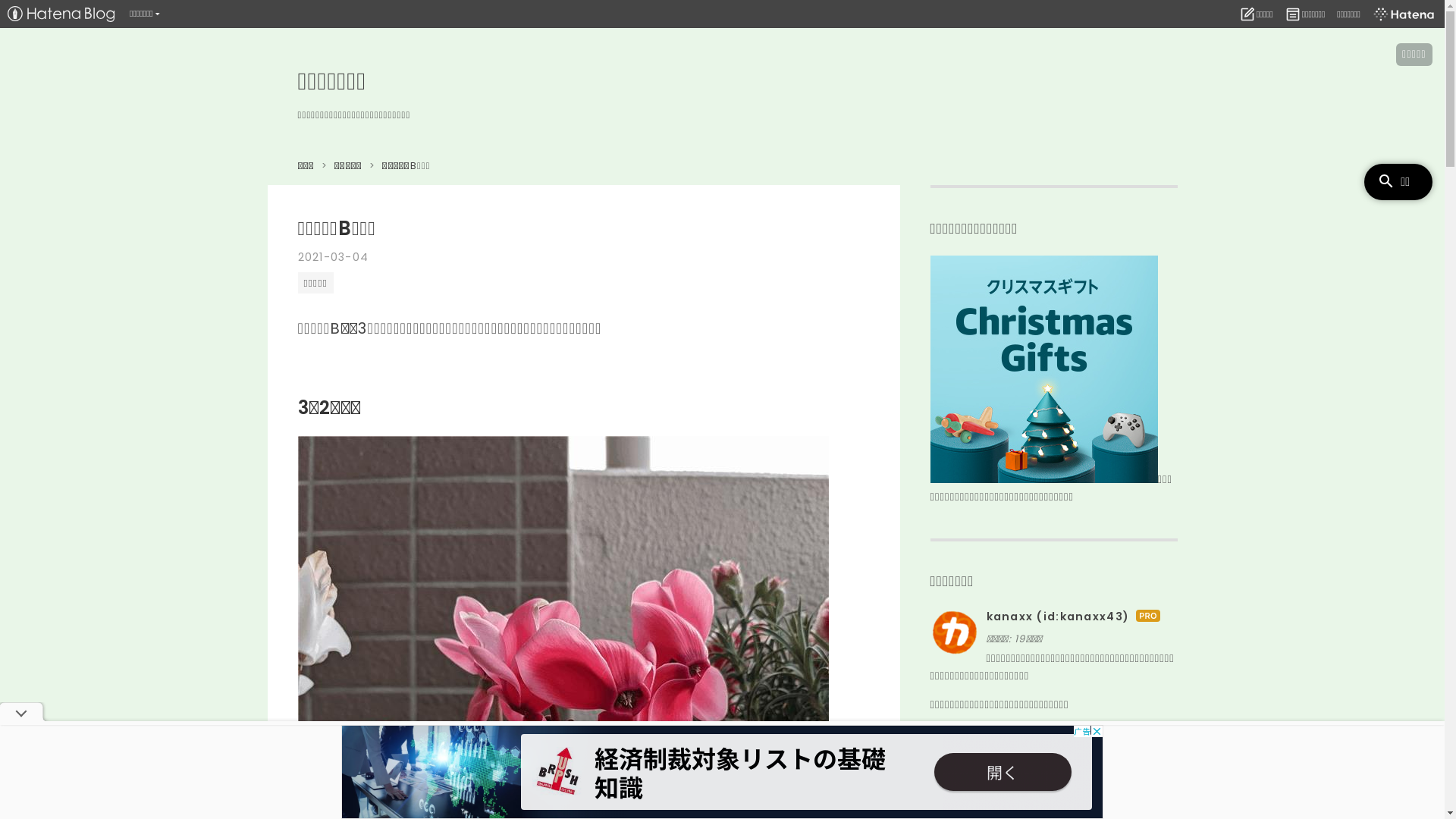 Image resolution: width=1456 pixels, height=819 pixels. Describe the element at coordinates (1056, 617) in the screenshot. I see `'kanaxx (id:kanaxx43)'` at that location.